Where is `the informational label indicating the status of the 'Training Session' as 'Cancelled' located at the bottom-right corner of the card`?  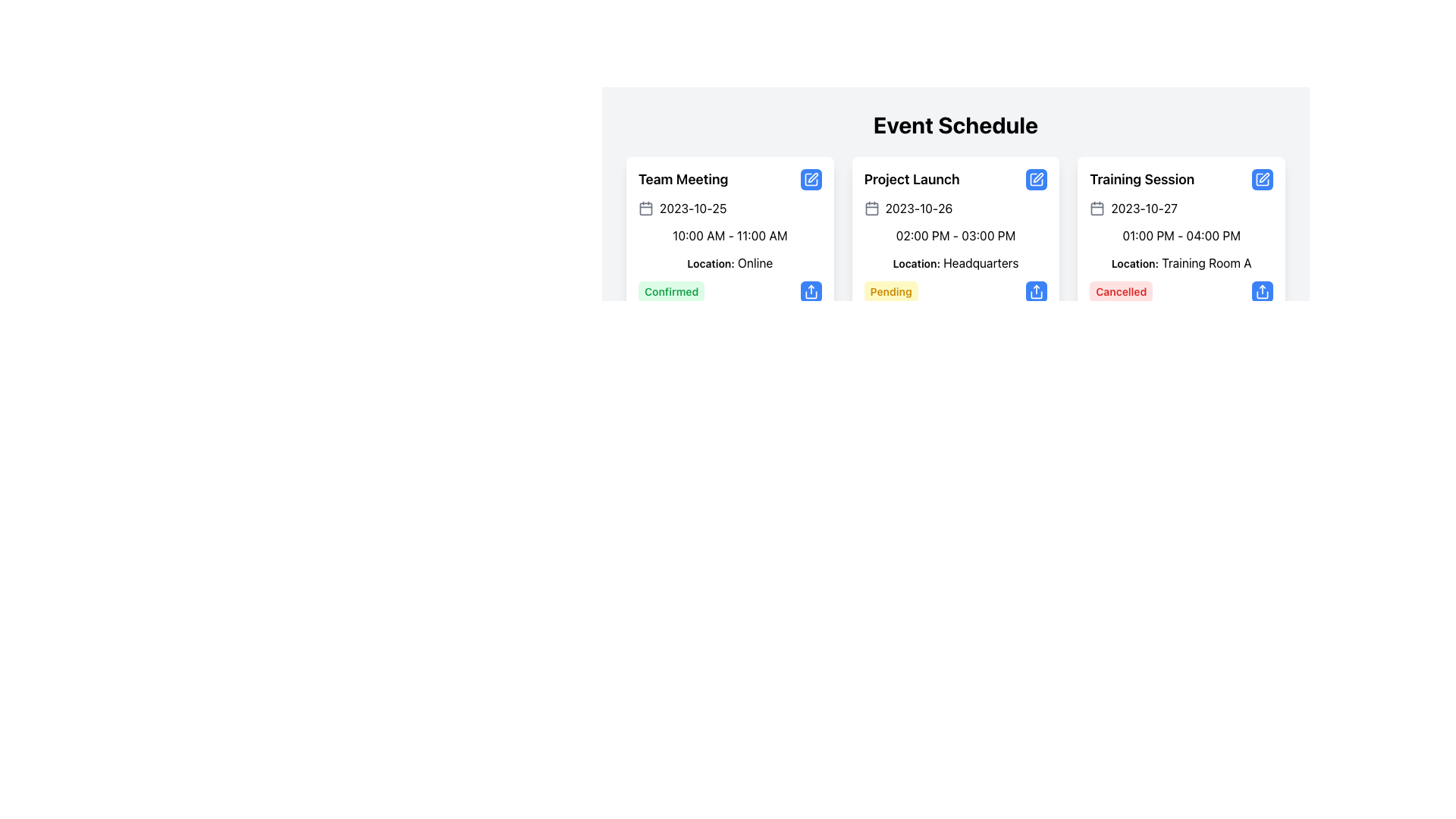
the informational label indicating the status of the 'Training Session' as 'Cancelled' located at the bottom-right corner of the card is located at coordinates (1121, 292).